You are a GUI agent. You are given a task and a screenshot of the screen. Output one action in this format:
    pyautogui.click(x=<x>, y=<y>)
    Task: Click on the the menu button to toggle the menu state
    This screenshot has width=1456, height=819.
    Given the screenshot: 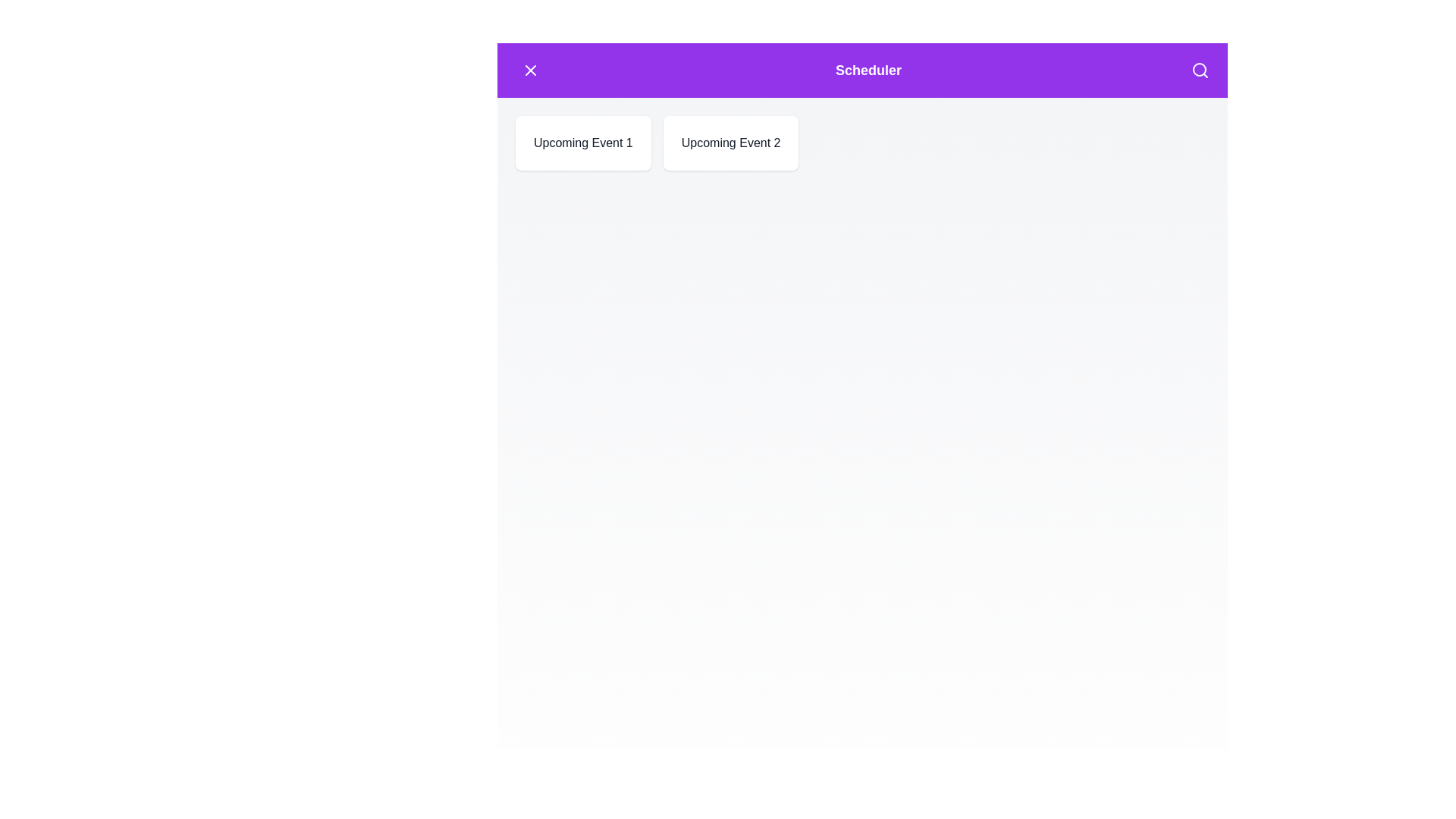 What is the action you would take?
    pyautogui.click(x=531, y=70)
    